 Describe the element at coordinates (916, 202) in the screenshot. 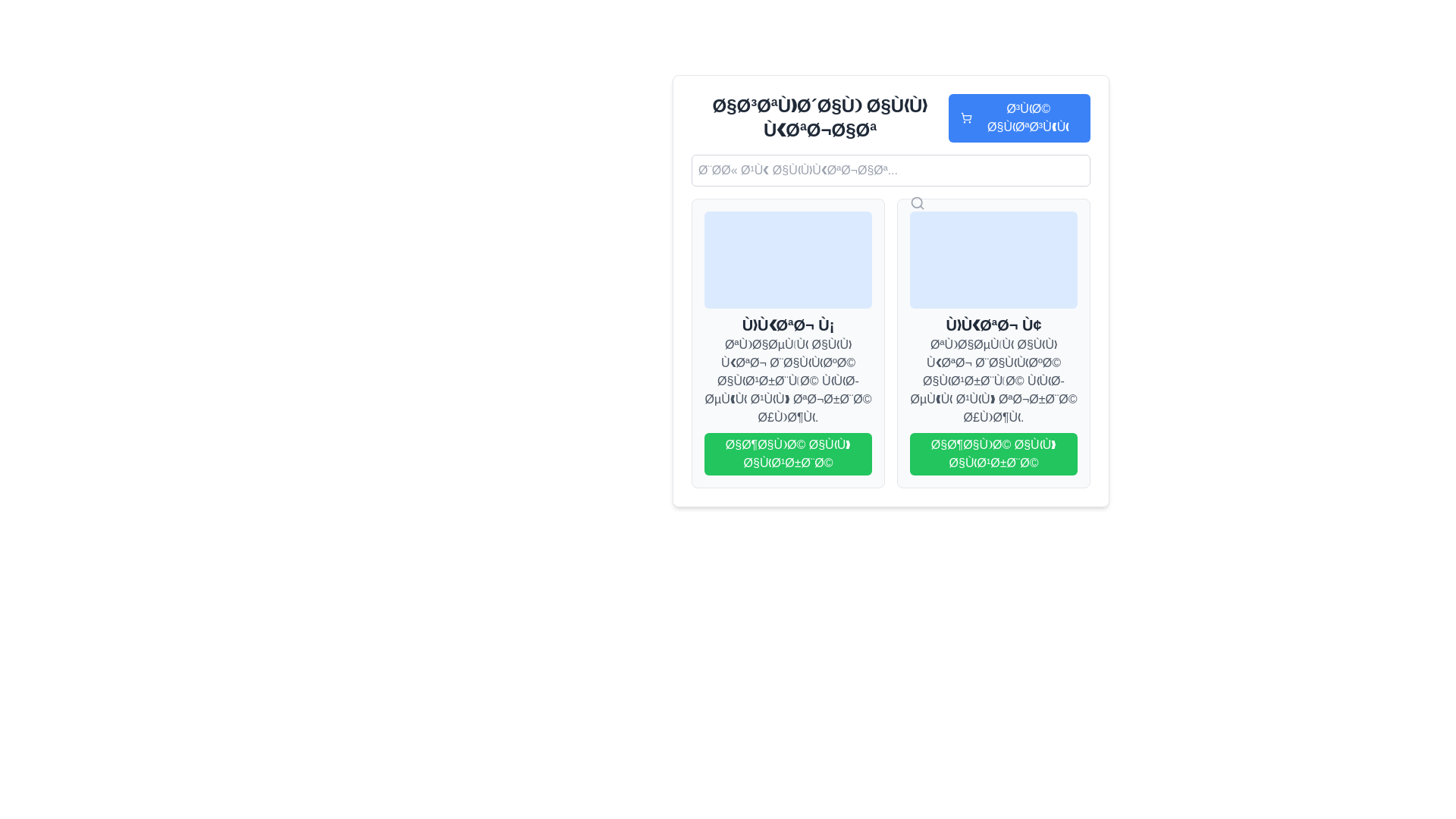

I see `the search icon located to the right of the search input field, which signifies the search functionality` at that location.